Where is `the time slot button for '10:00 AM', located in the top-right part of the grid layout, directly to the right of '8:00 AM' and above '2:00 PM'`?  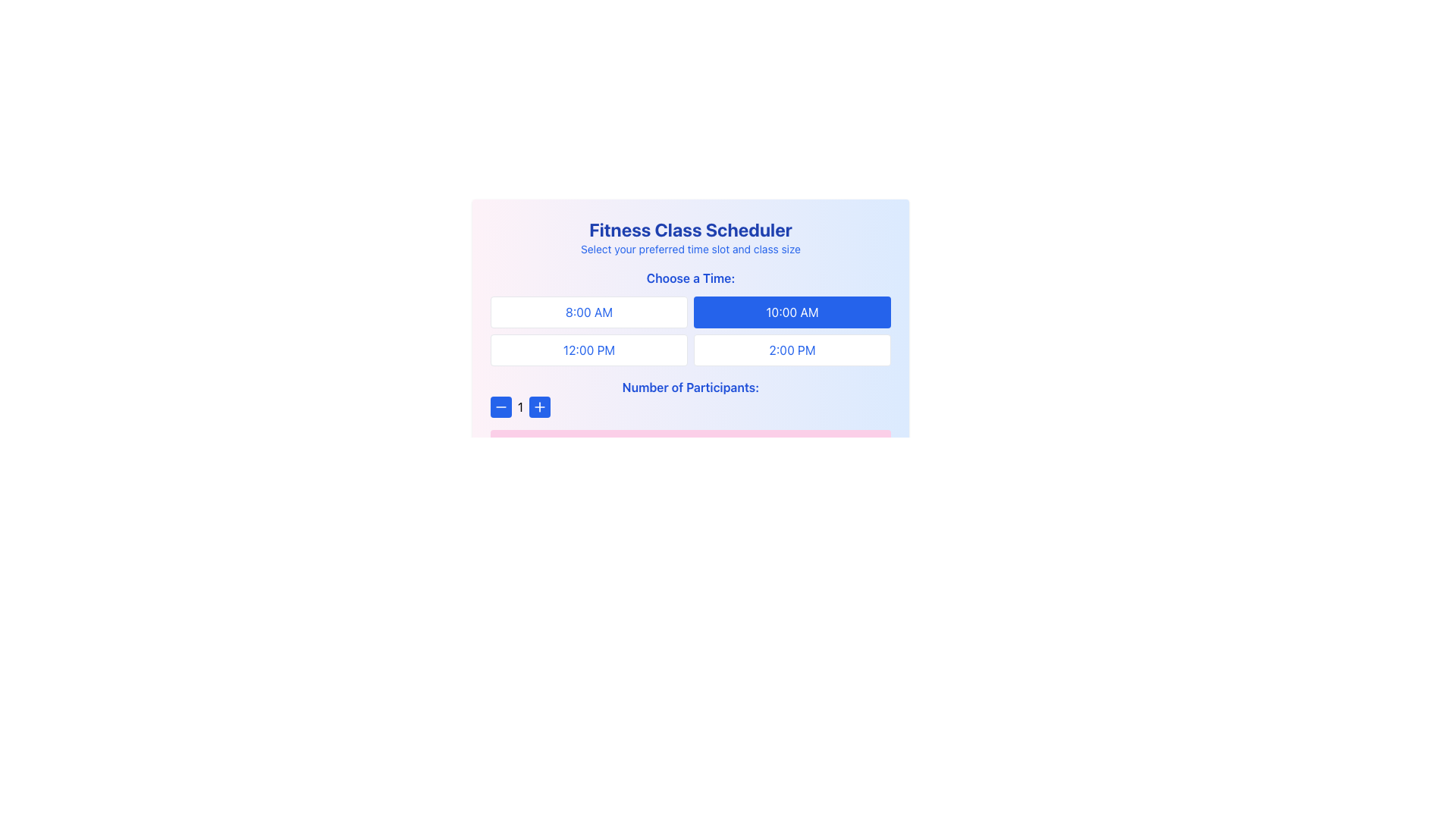 the time slot button for '10:00 AM', located in the top-right part of the grid layout, directly to the right of '8:00 AM' and above '2:00 PM' is located at coordinates (792, 312).